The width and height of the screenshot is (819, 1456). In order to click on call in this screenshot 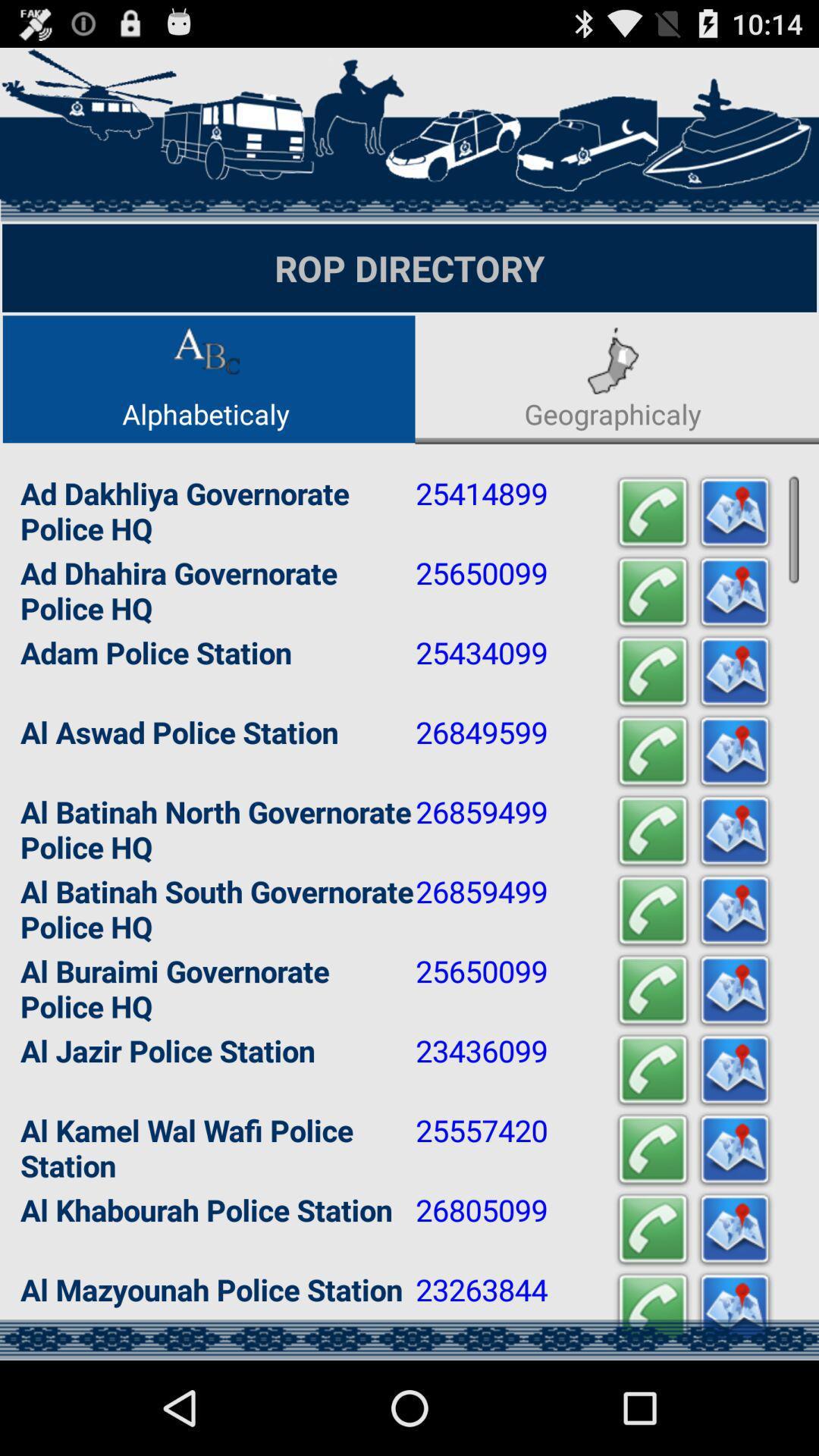, I will do `click(651, 910)`.